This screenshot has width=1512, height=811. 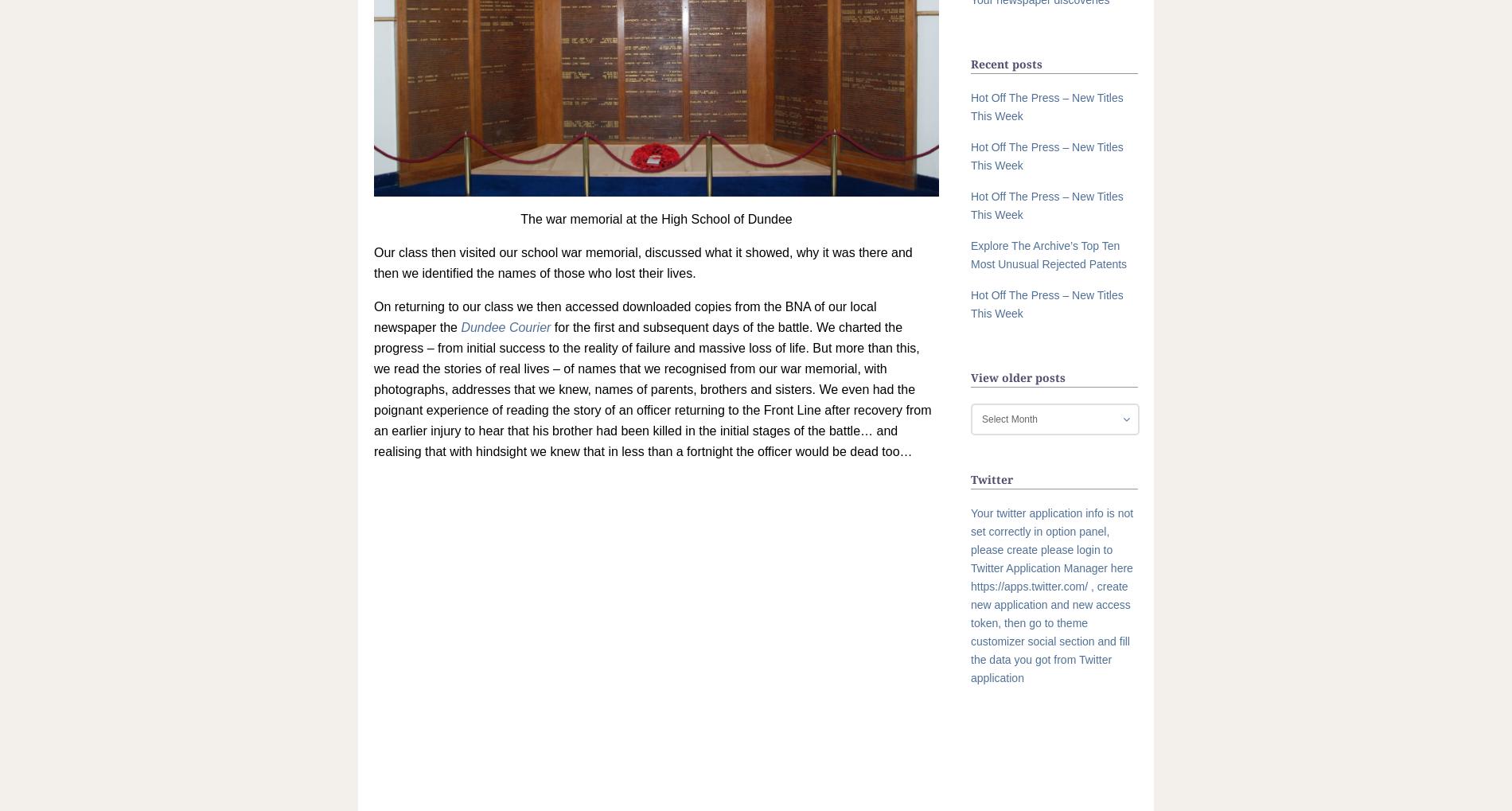 I want to click on 'Your twitter application info is not set correctly in option panel, please create please login to Twitter Application Manager here https://apps.twitter.com/ , create new application and new access token, then go to theme customizer social section and fill the data you got from Twitter application', so click(x=969, y=595).